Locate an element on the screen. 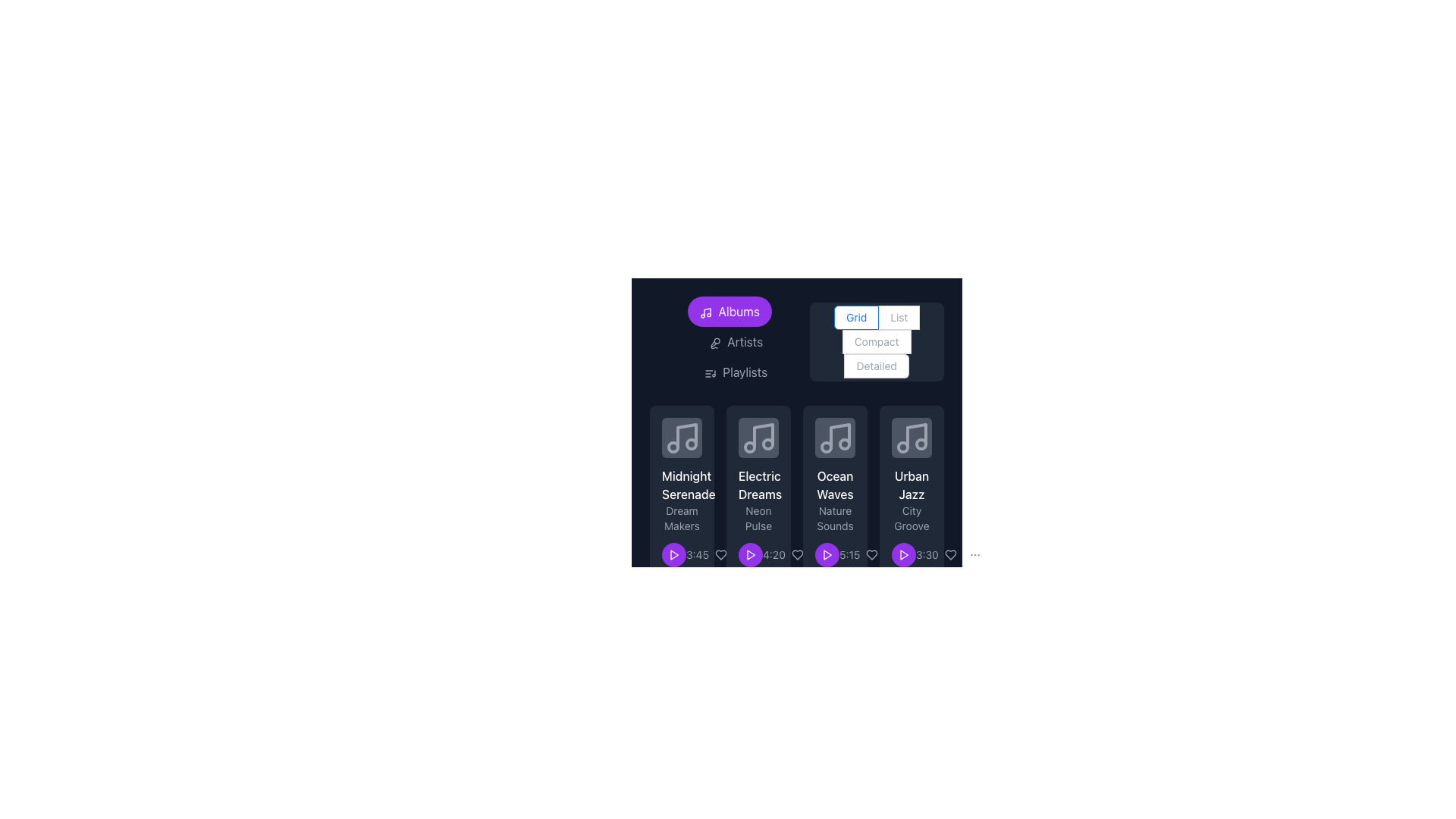 This screenshot has width=1456, height=819. the Decorative Icon representing the music album 'Ocean Waves', which is located in the third card titled 'Ocean Waves' with the description 'Nature Sounds' is located at coordinates (834, 438).